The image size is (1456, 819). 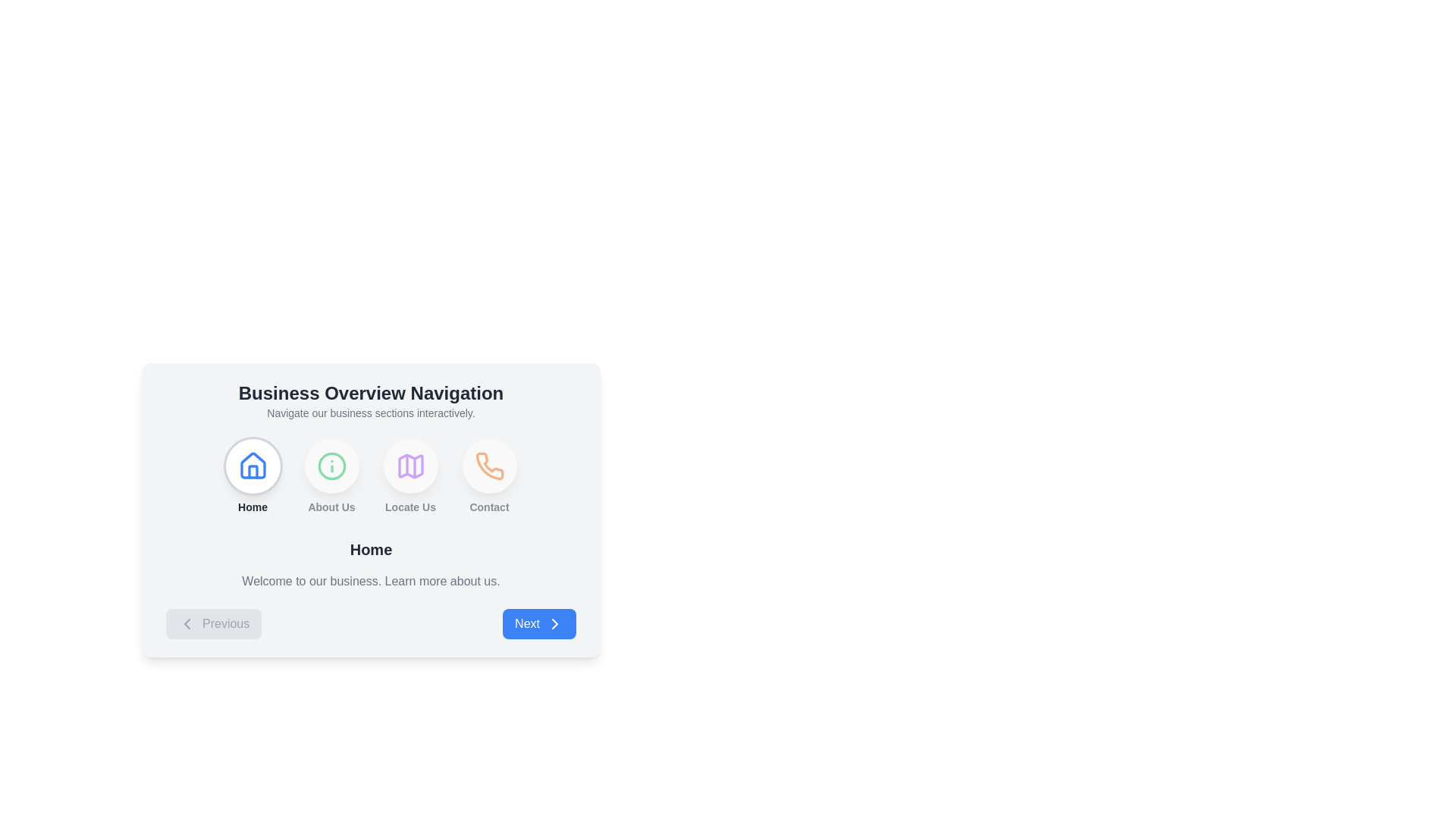 I want to click on the leftmost circular icon button with a house symbol and a blue outline, so click(x=253, y=465).